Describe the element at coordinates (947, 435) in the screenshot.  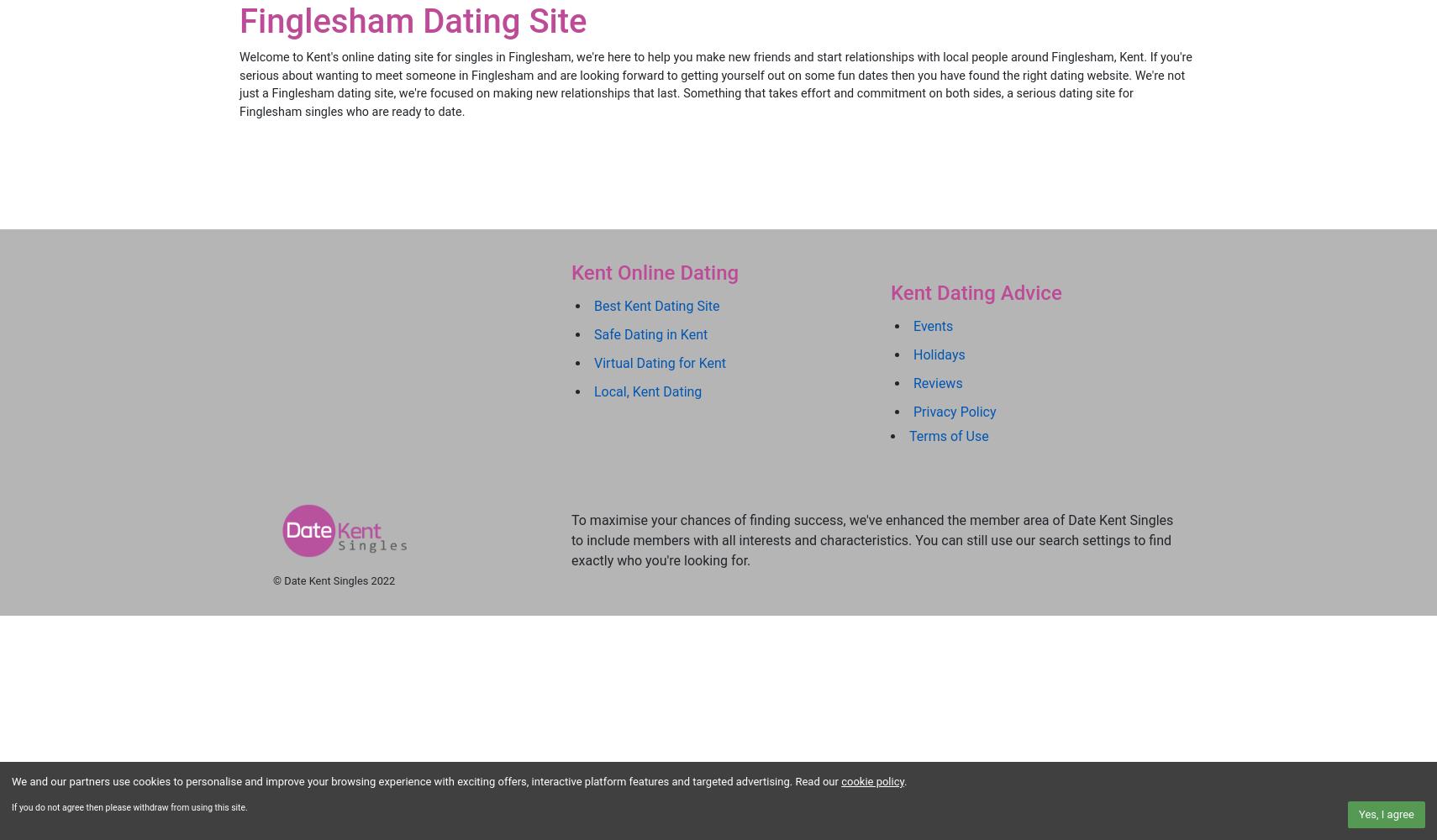
I see `'Terms of Use'` at that location.